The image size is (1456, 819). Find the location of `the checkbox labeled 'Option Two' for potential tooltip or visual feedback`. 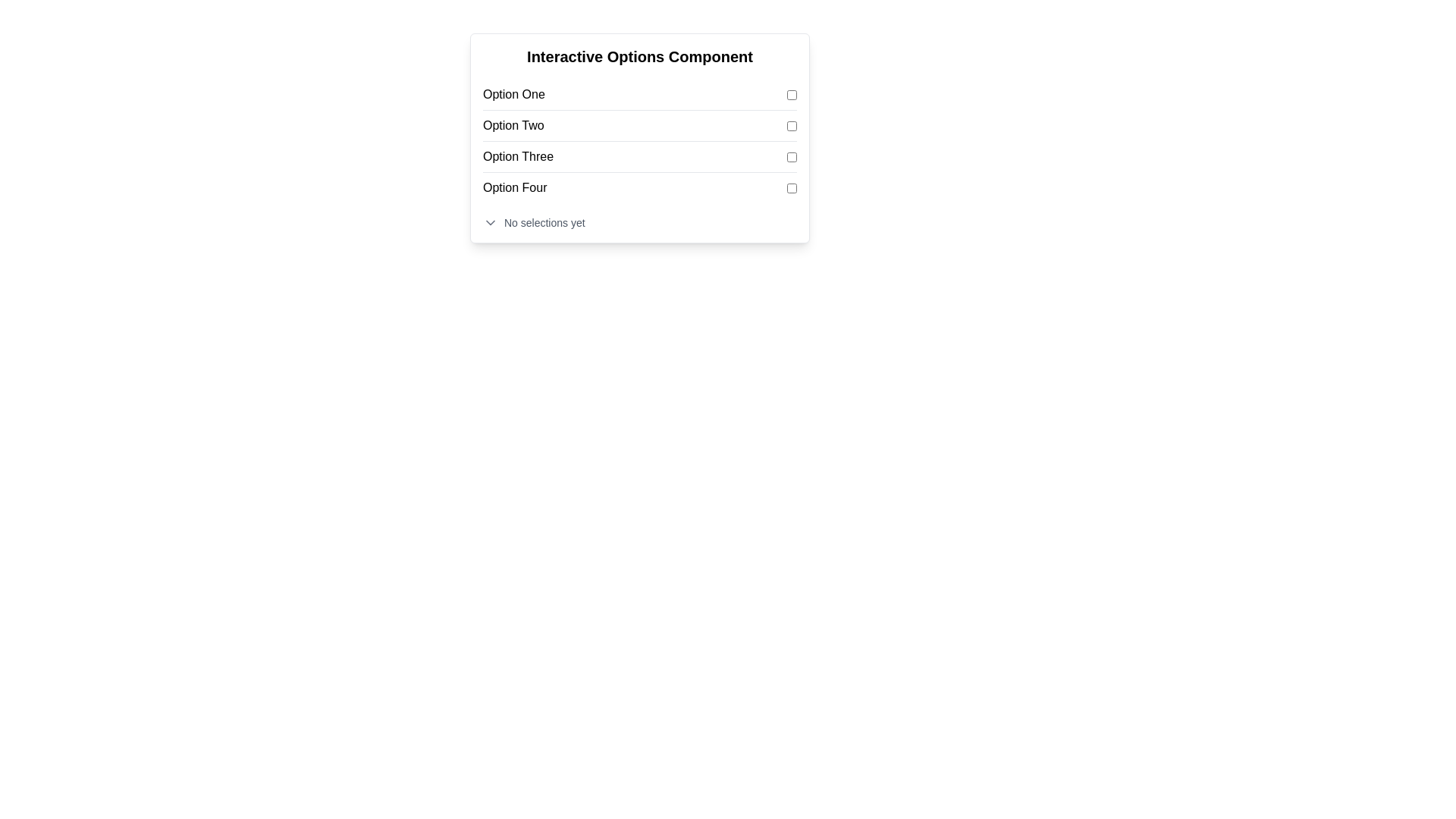

the checkbox labeled 'Option Two' for potential tooltip or visual feedback is located at coordinates (640, 138).